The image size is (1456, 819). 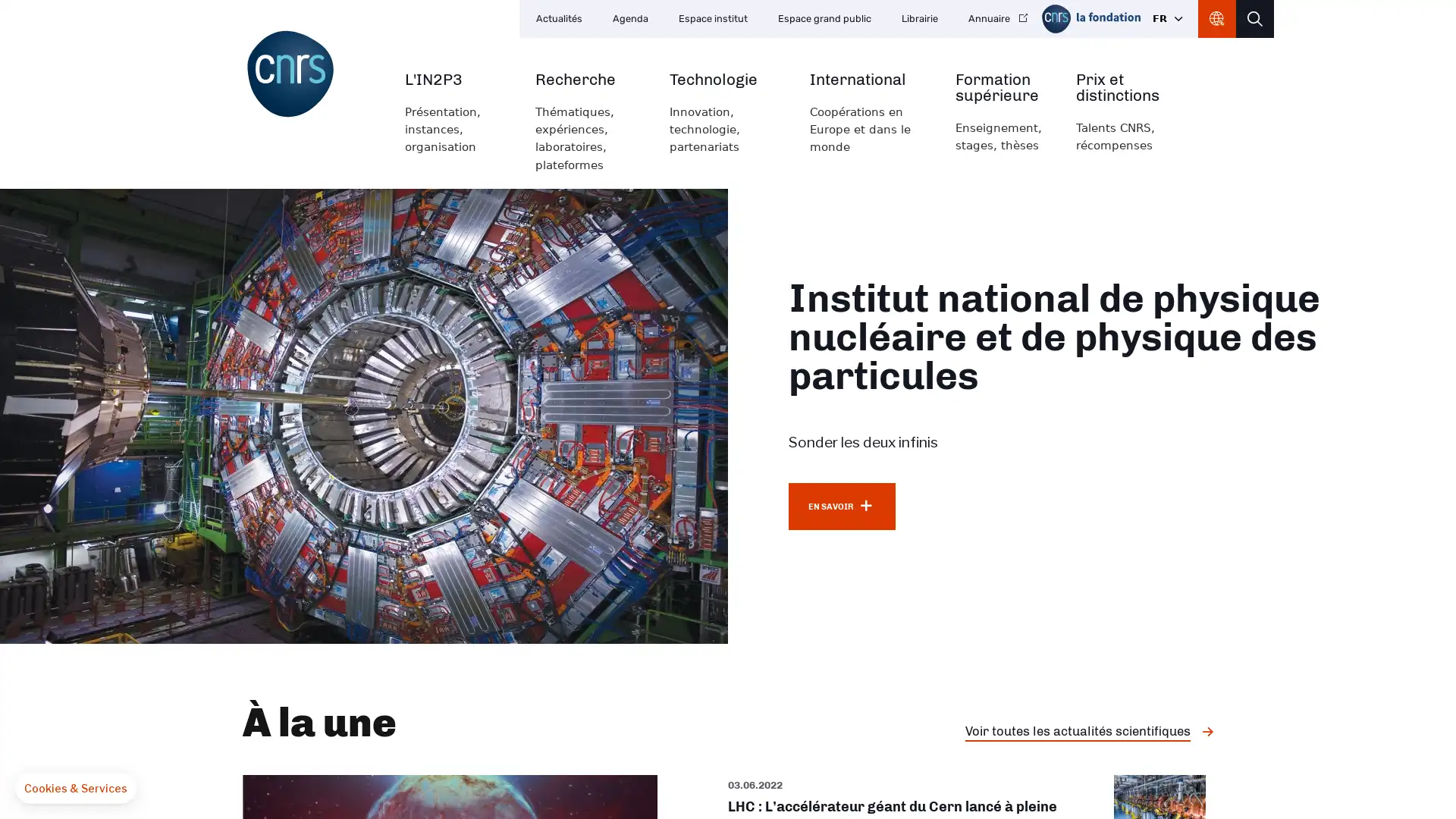 What do you see at coordinates (174, 742) in the screenshot?
I see `Je choisis` at bounding box center [174, 742].